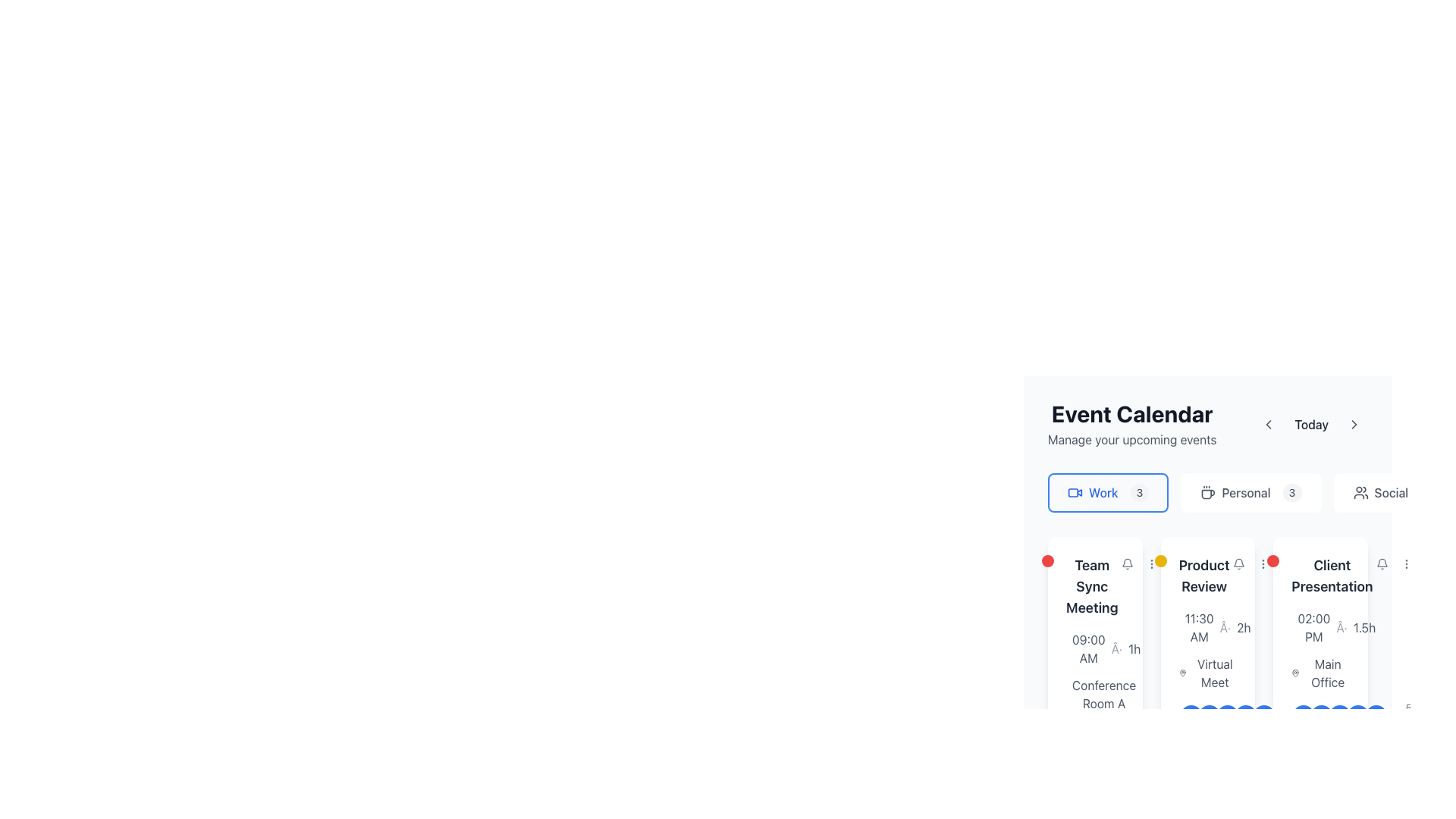 Image resolution: width=1456 pixels, height=819 pixels. I want to click on the second circular badge in the horizontal sequence located in the lower section of the event calendar interface, so click(1321, 716).